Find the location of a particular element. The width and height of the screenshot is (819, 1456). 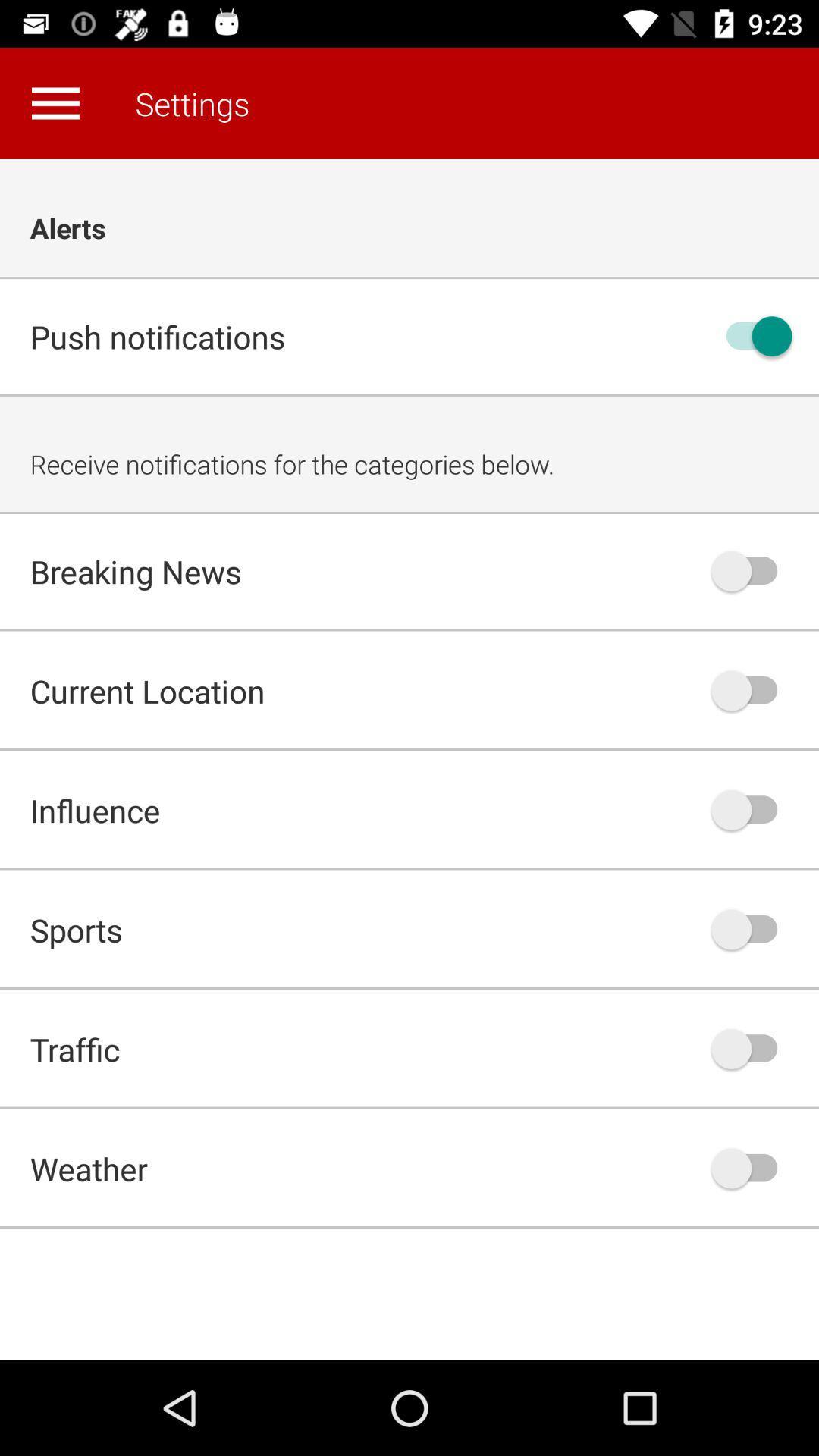

the menu icon is located at coordinates (55, 102).